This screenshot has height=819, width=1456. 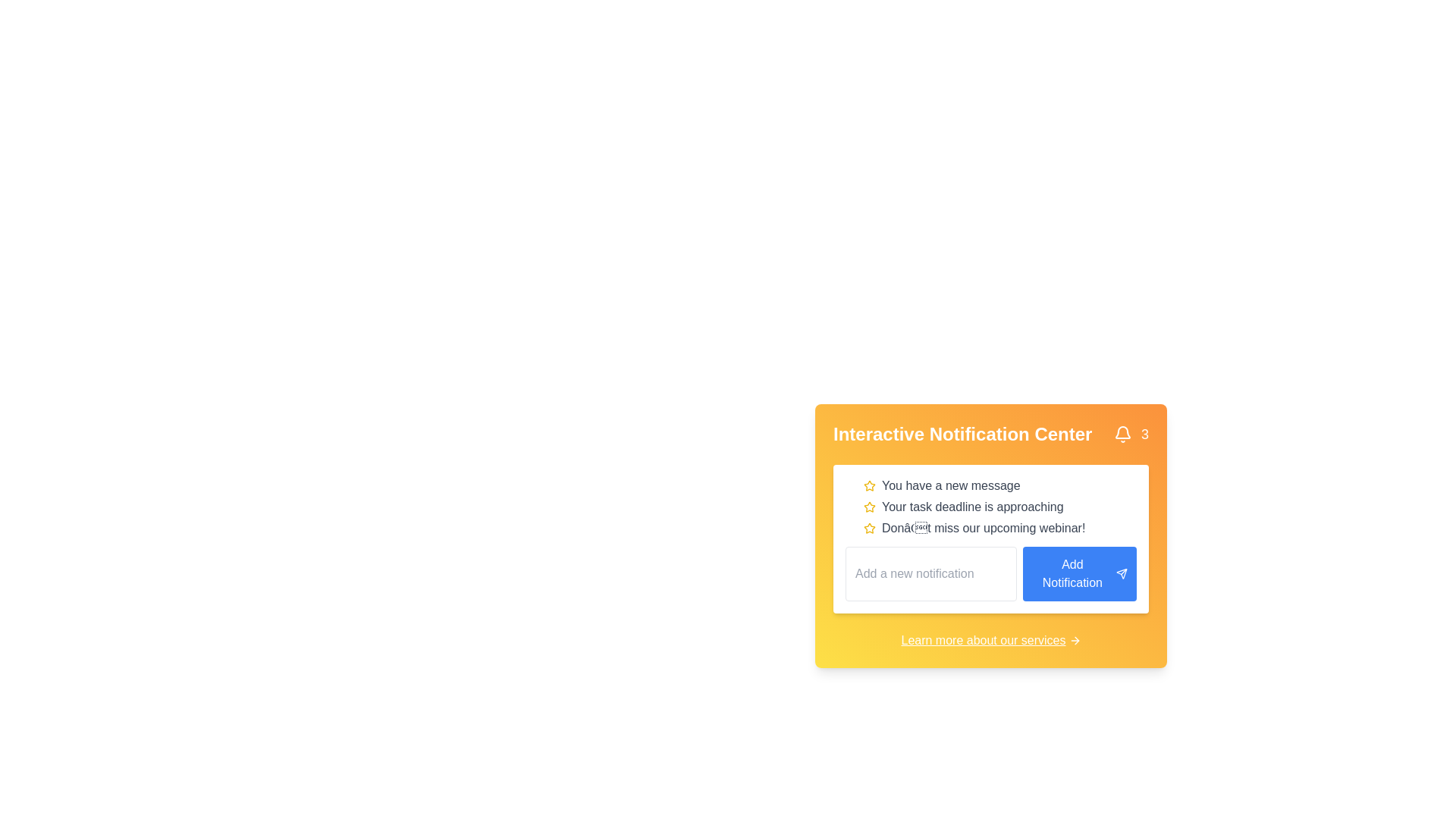 I want to click on the hyperlink located at the bottom center of the rectangular card with a gradient orange background, so click(x=990, y=640).